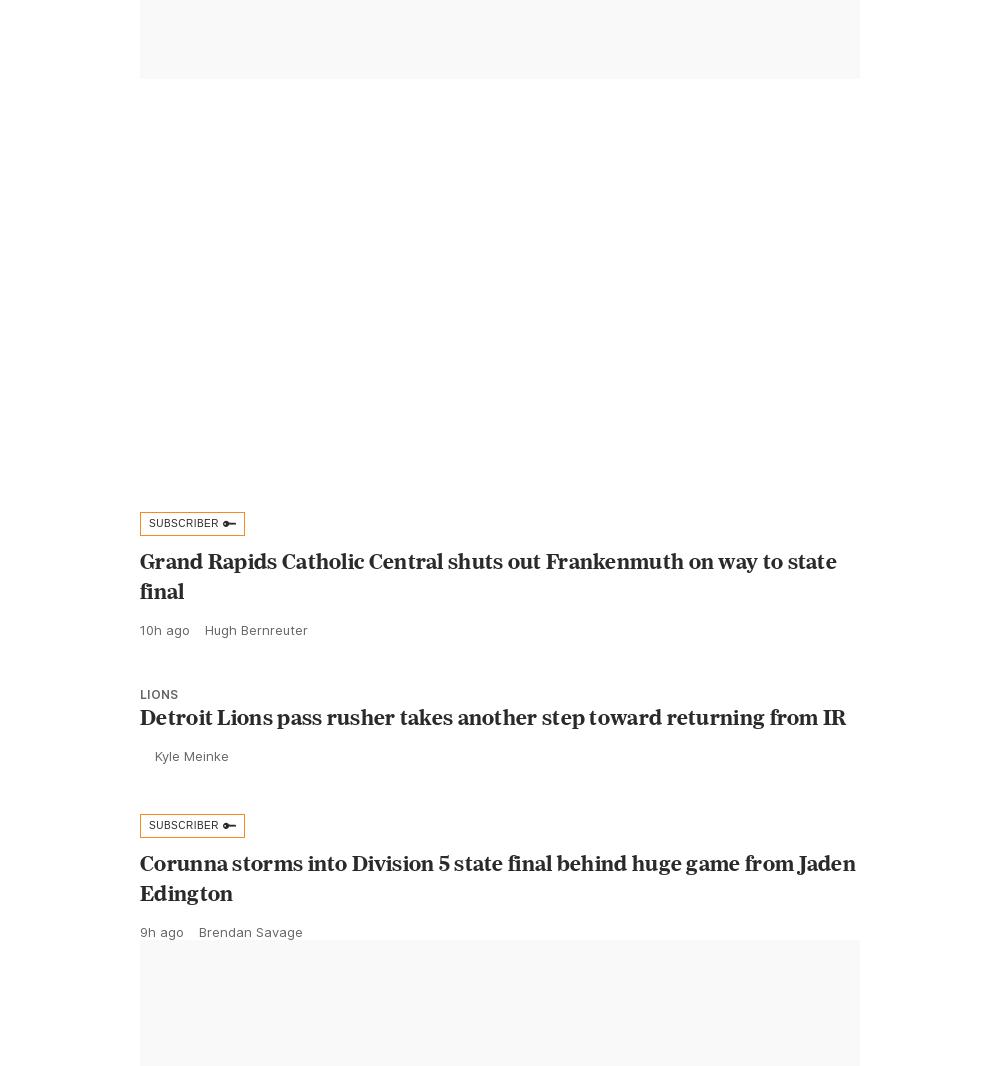 This screenshot has width=1000, height=1066. What do you see at coordinates (497, 921) in the screenshot?
I see `'Corunna storms into Division 5 state final behind huge game from Jaden Edington'` at bounding box center [497, 921].